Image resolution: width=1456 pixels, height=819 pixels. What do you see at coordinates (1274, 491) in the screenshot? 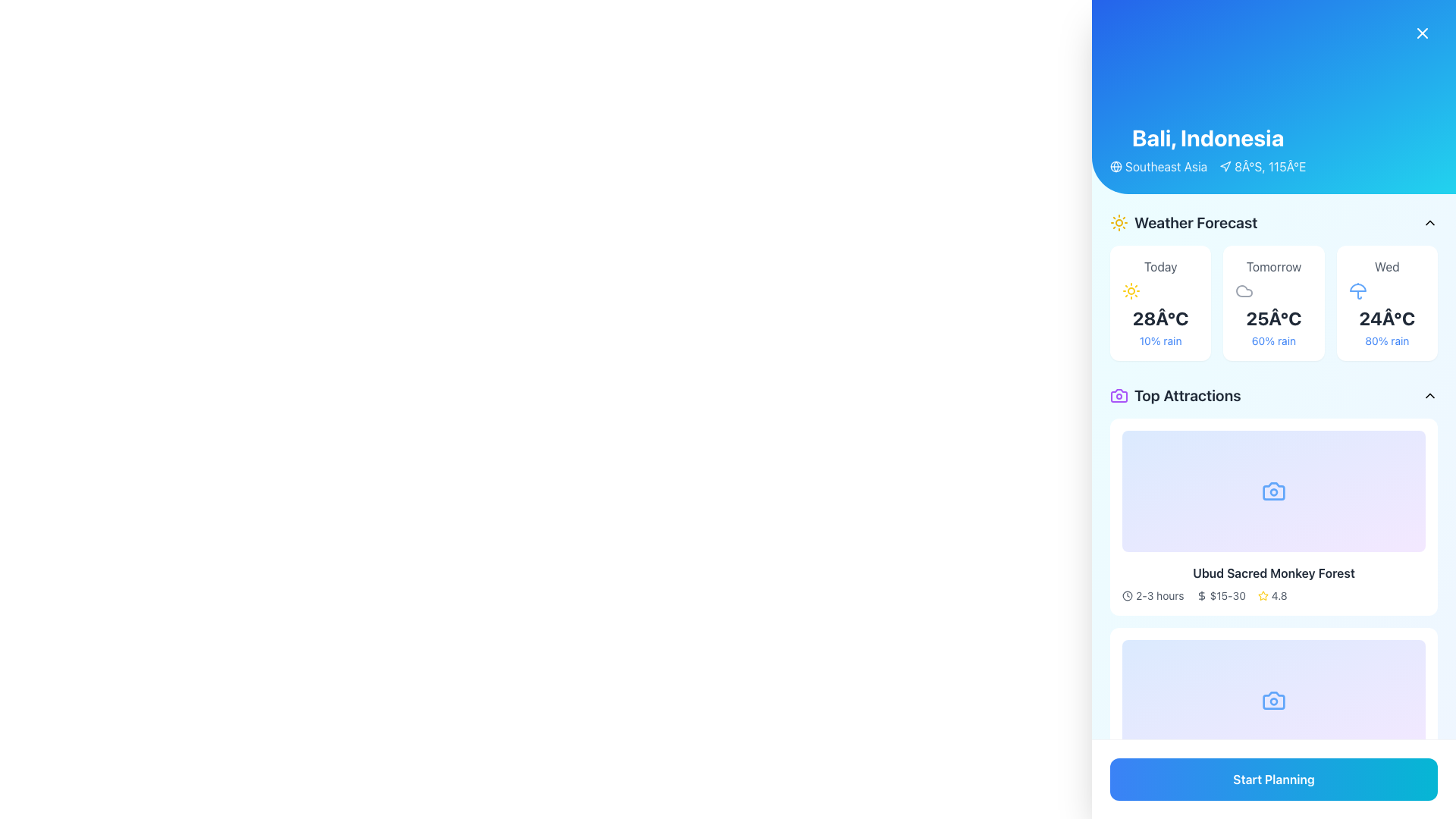
I see `the blue camera icon located in the 'Top Attractions' section under the 'Ubud Sacred Monkey Forest' entry` at bounding box center [1274, 491].